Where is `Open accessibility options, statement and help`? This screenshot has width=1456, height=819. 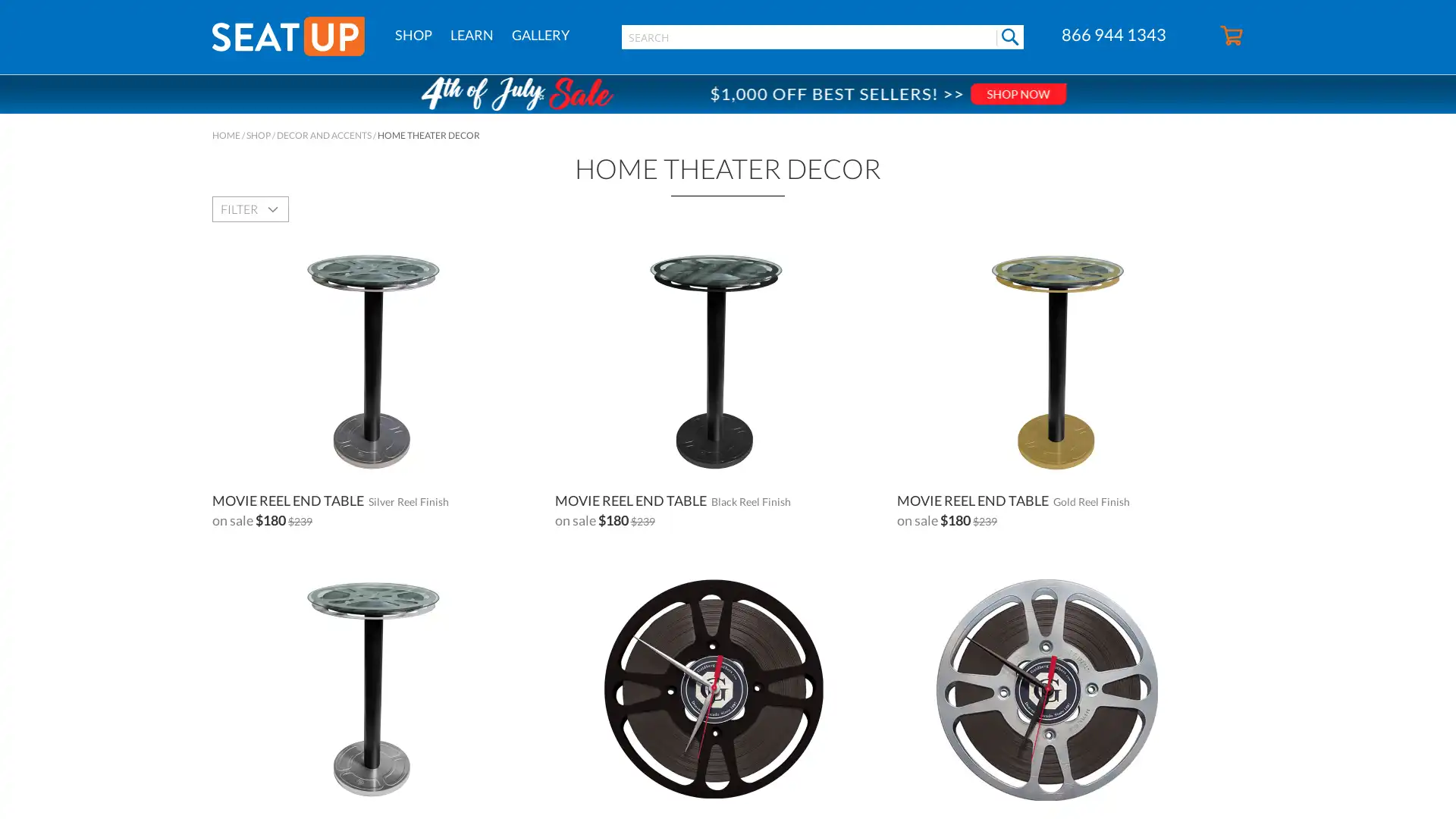
Open accessibility options, statement and help is located at coordinates (28, 789).